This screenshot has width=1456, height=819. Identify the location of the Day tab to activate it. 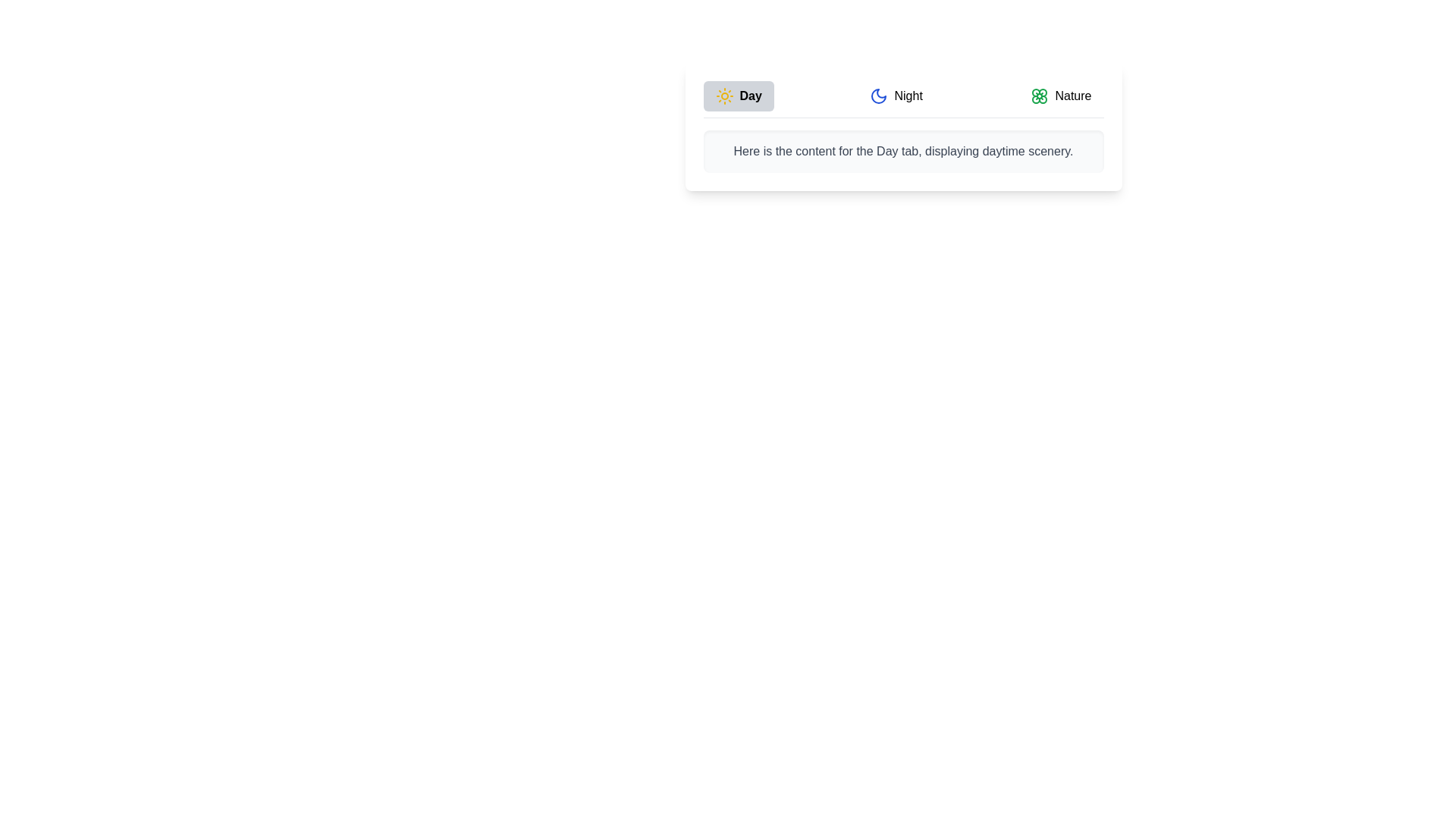
(739, 96).